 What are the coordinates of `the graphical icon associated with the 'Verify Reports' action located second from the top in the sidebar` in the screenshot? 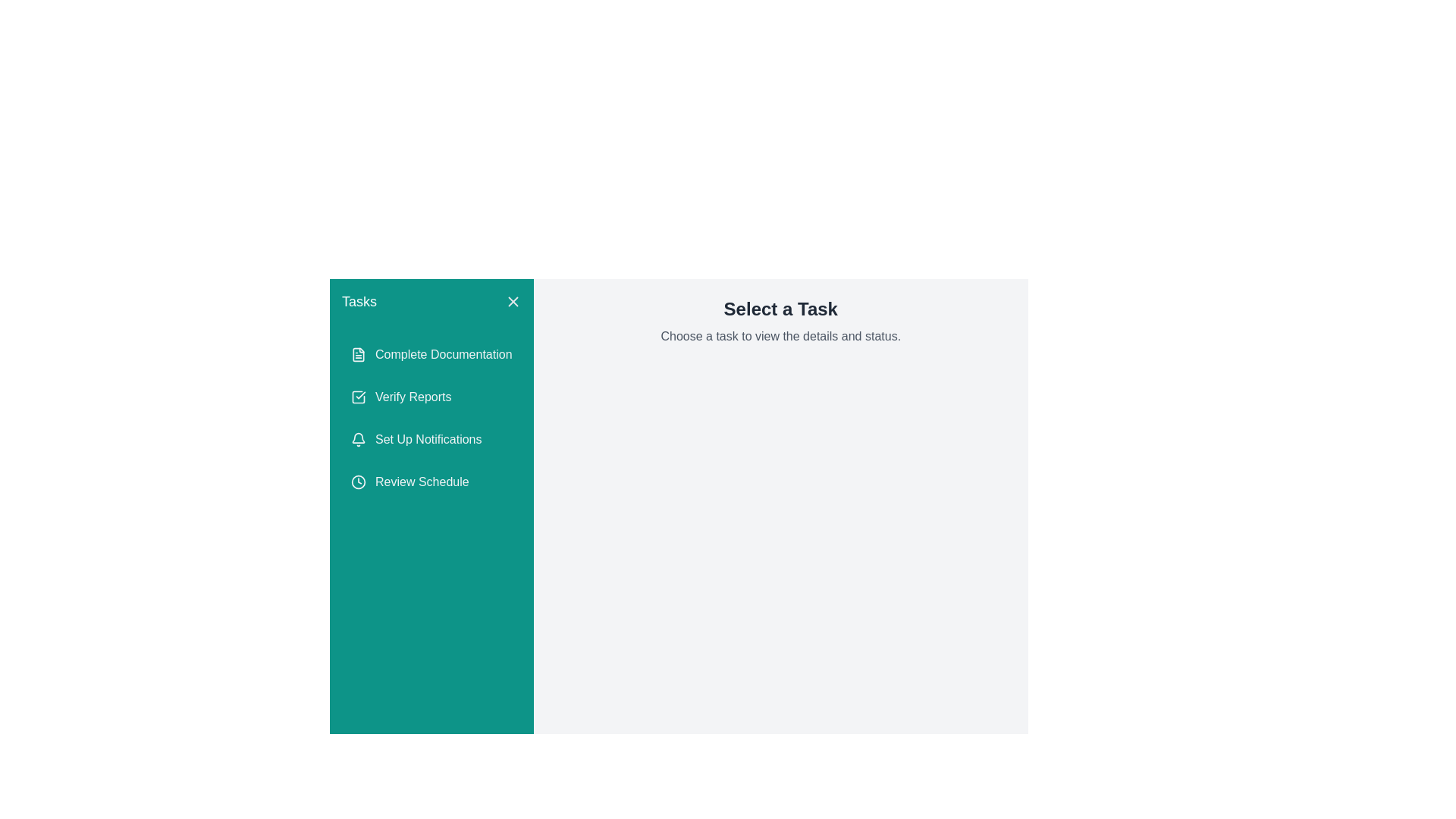 It's located at (358, 397).